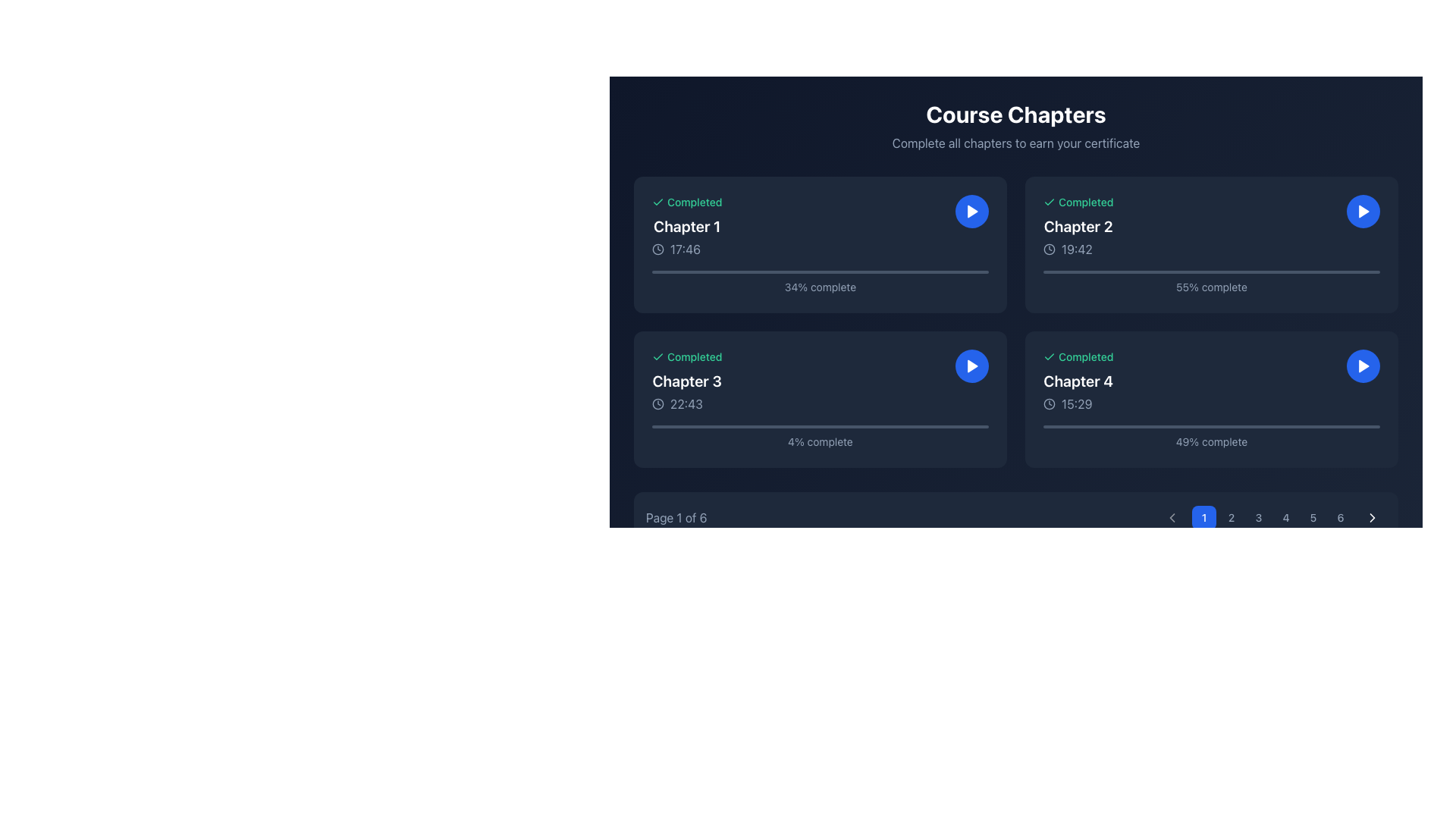  I want to click on the triangular play icon within the circular blue button on the 'Chapter 4' card, so click(1363, 366).